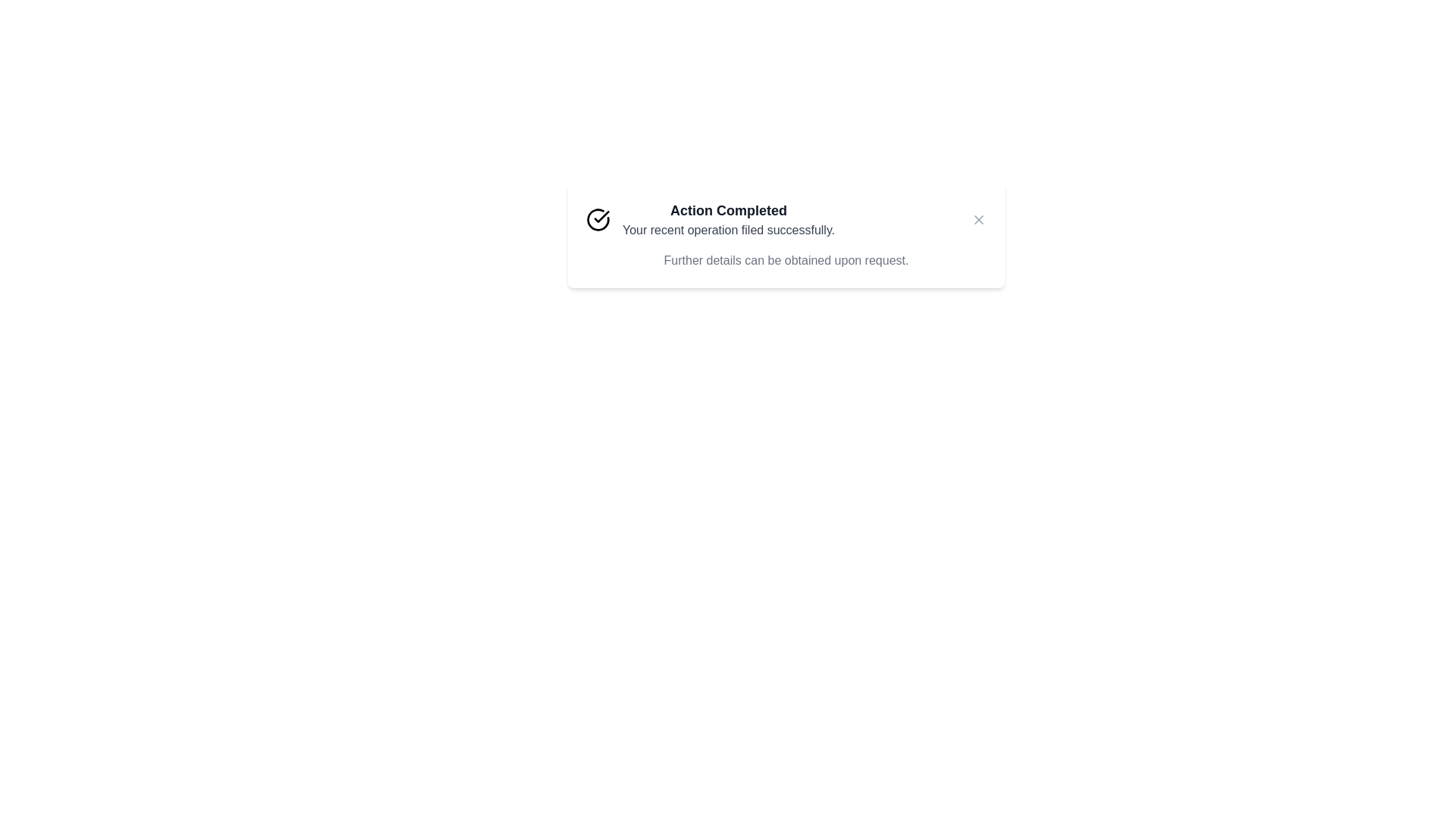  Describe the element at coordinates (786, 234) in the screenshot. I see `success message and additional details from the notification box displaying 'Action Completed' with a green checkmark icon` at that location.